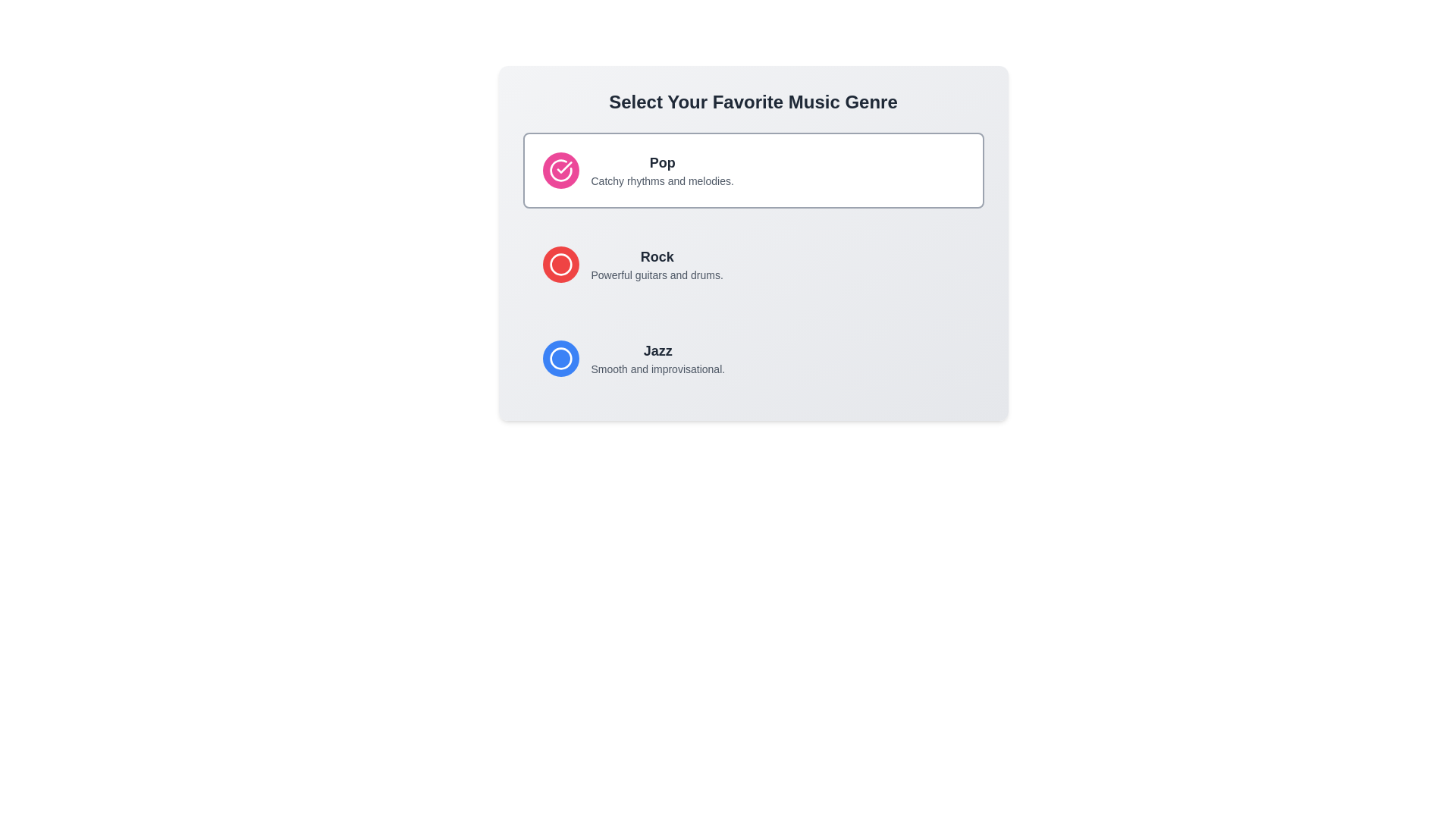 The height and width of the screenshot is (819, 1456). I want to click on the text element that reads 'Catchy rhythms and melodies.' which is styled with a smaller font and gray color, located beneath the bold header 'Pop' in the upper-left quadrant of the interface, so click(662, 180).